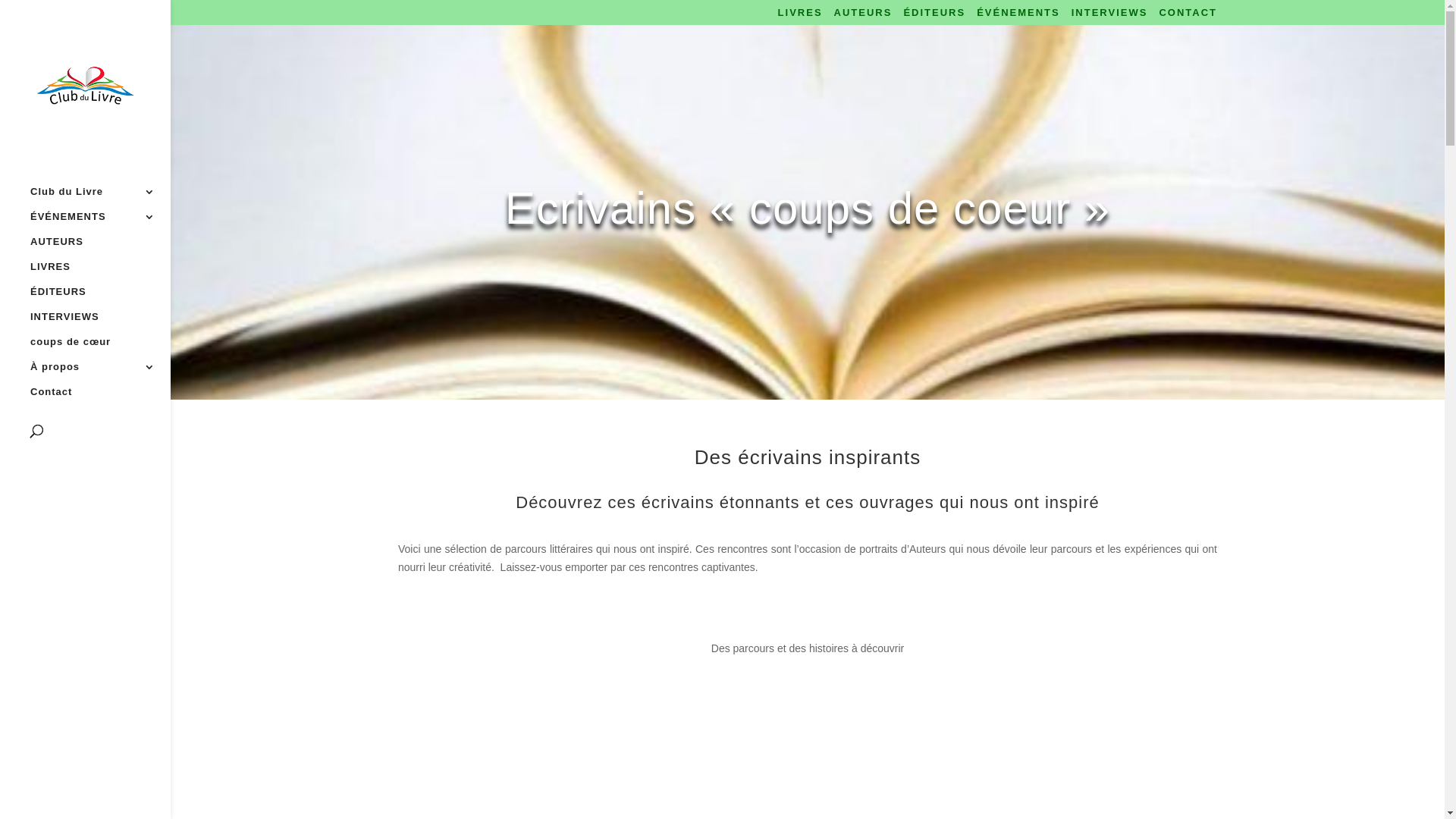  I want to click on 'AUTEURS', so click(863, 16).